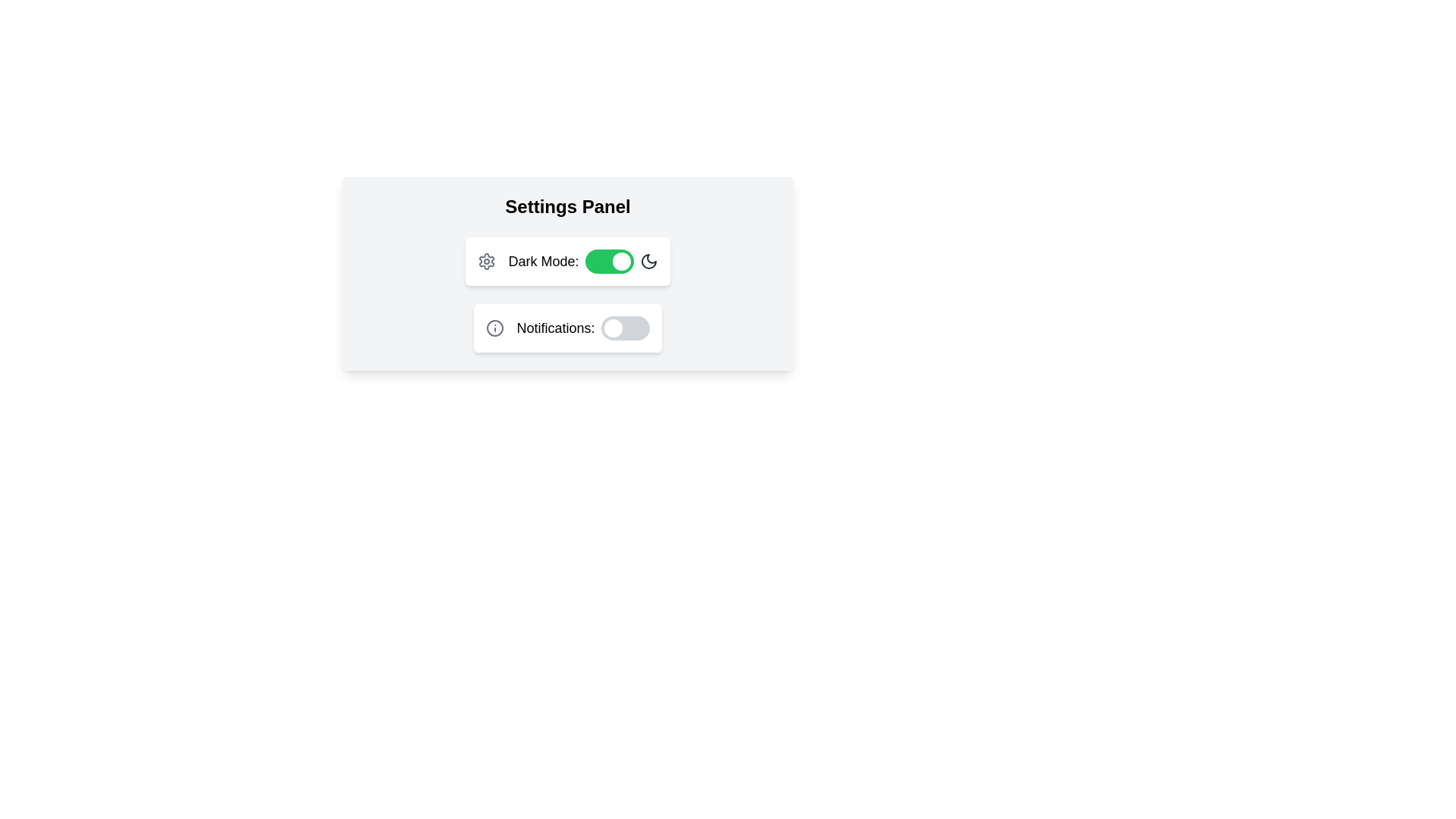 This screenshot has width=1456, height=819. What do you see at coordinates (495, 327) in the screenshot?
I see `the circular 'info' icon with a gray outlined shape in the notifications section of the settings panel for informative purposes` at bounding box center [495, 327].